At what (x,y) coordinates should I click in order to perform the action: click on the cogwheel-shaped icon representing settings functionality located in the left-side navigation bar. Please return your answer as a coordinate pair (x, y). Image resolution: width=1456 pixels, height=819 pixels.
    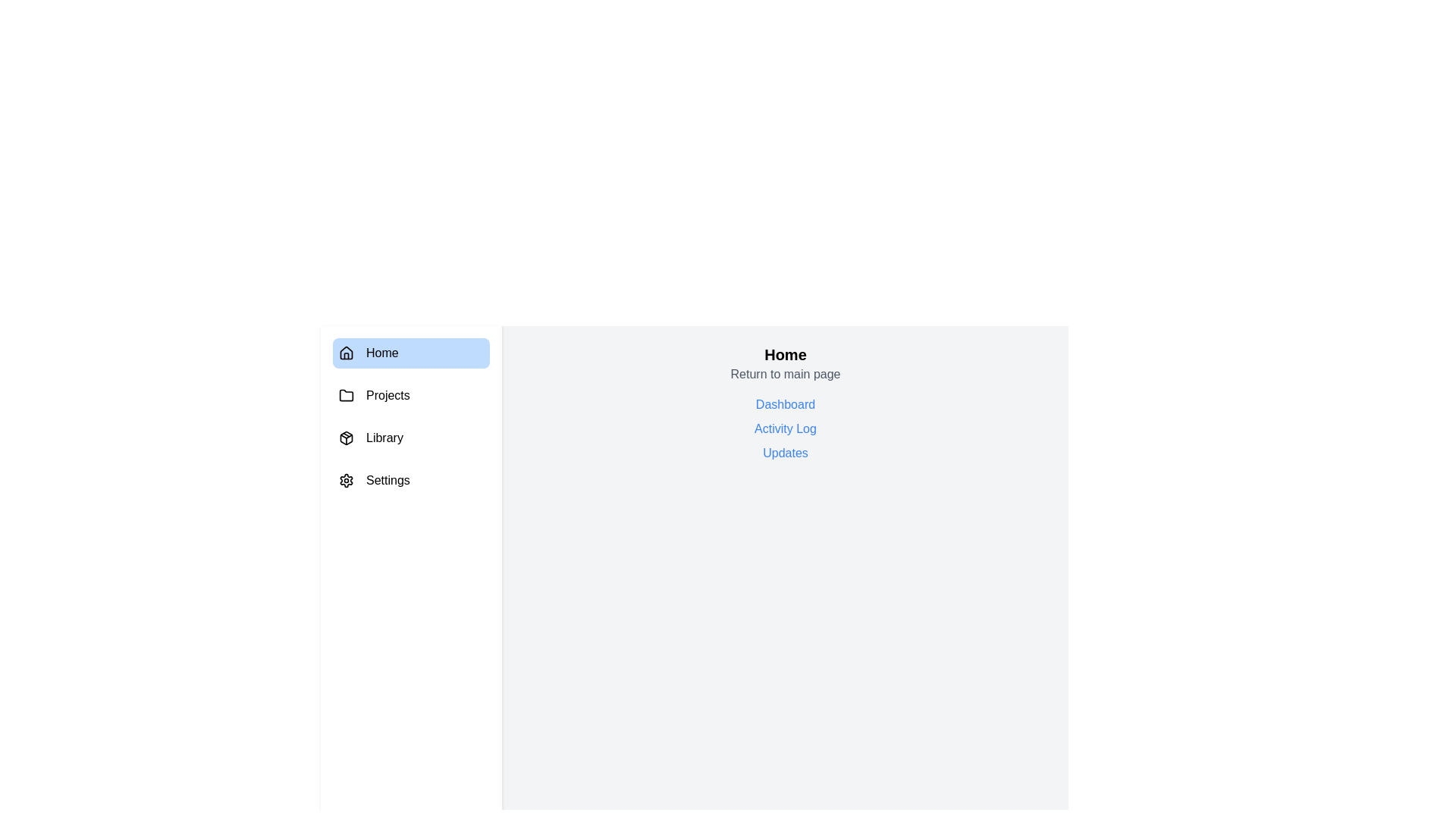
    Looking at the image, I should click on (345, 480).